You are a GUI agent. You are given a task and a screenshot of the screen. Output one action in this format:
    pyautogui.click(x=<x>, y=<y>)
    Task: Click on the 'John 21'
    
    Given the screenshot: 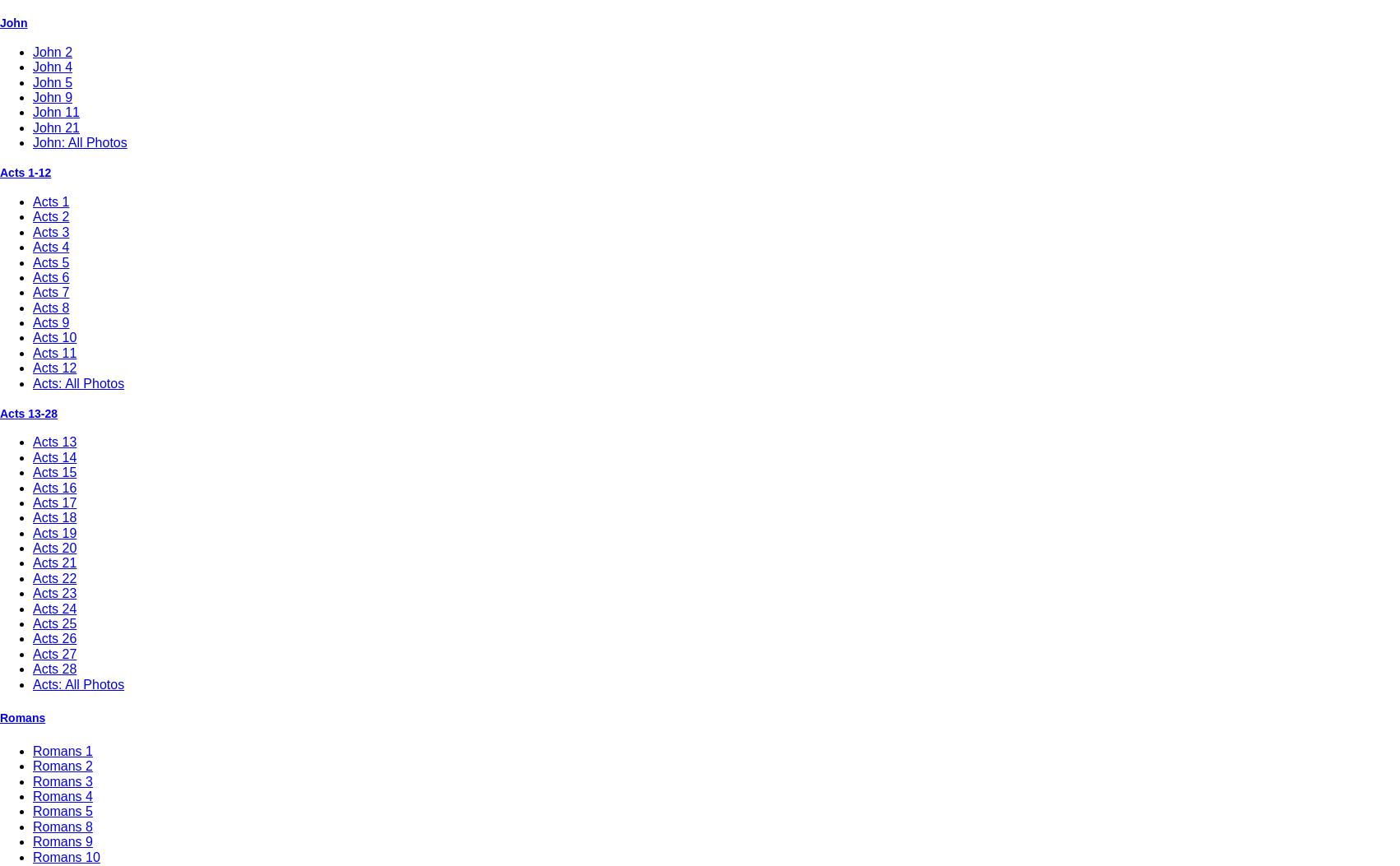 What is the action you would take?
    pyautogui.click(x=56, y=126)
    